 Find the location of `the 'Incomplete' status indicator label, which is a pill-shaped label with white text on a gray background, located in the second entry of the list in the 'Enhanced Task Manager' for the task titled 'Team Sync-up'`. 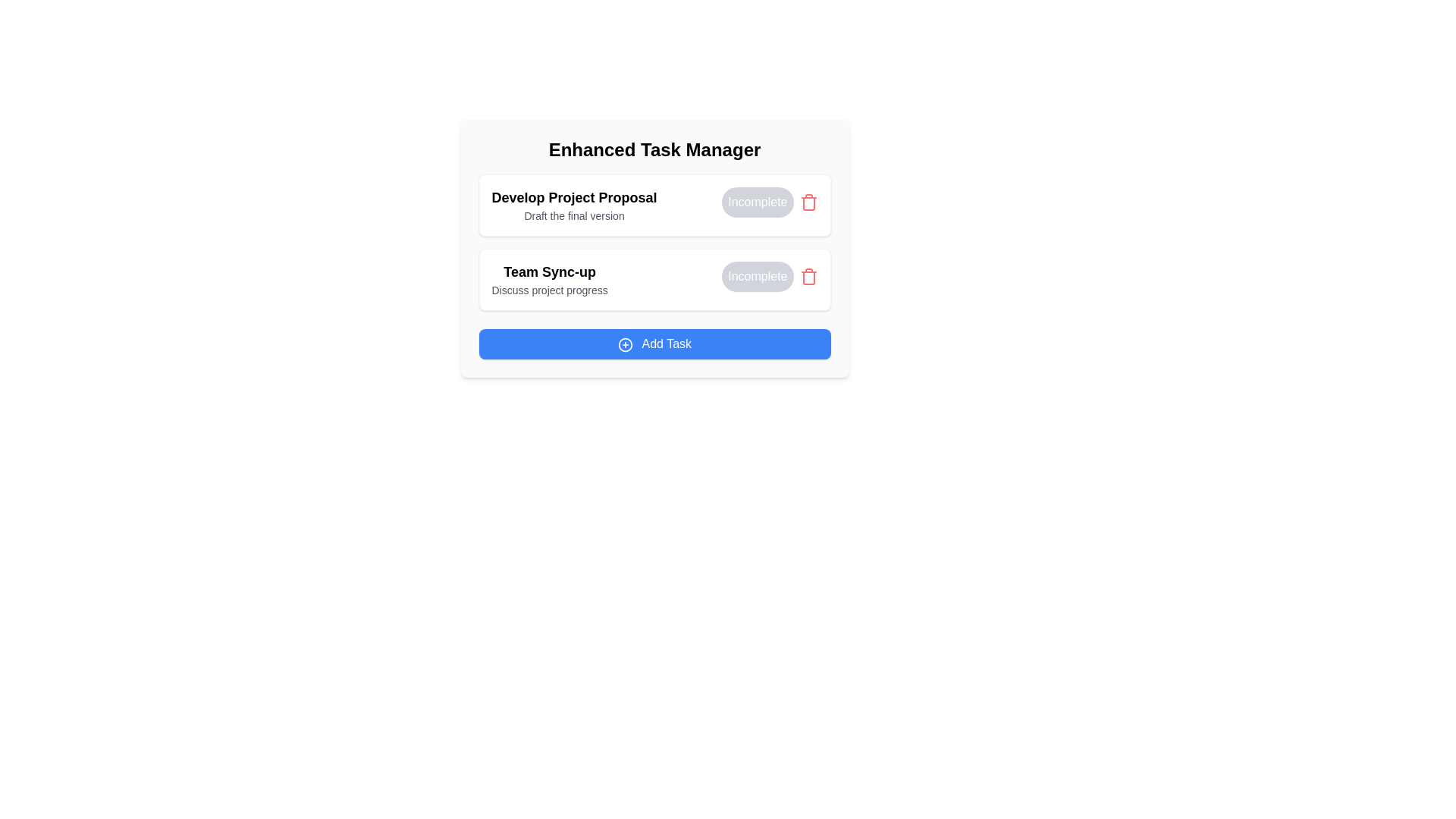

the 'Incomplete' status indicator label, which is a pill-shaped label with white text on a gray background, located in the second entry of the list in the 'Enhanced Task Manager' for the task titled 'Team Sync-up' is located at coordinates (770, 277).